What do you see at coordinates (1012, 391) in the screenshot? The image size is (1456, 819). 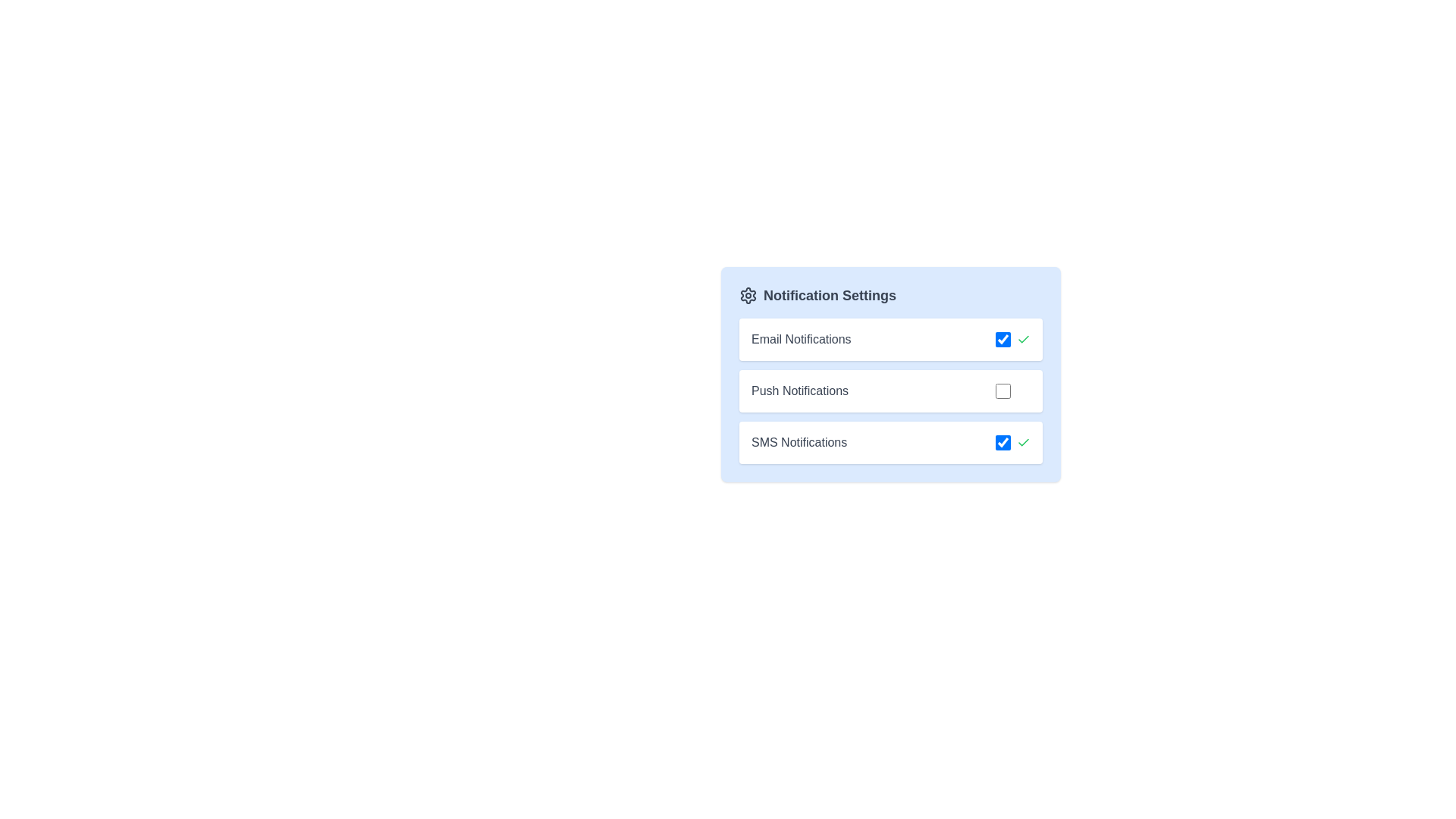 I see `the blue-themed checkbox next to 'Push Notifications'` at bounding box center [1012, 391].